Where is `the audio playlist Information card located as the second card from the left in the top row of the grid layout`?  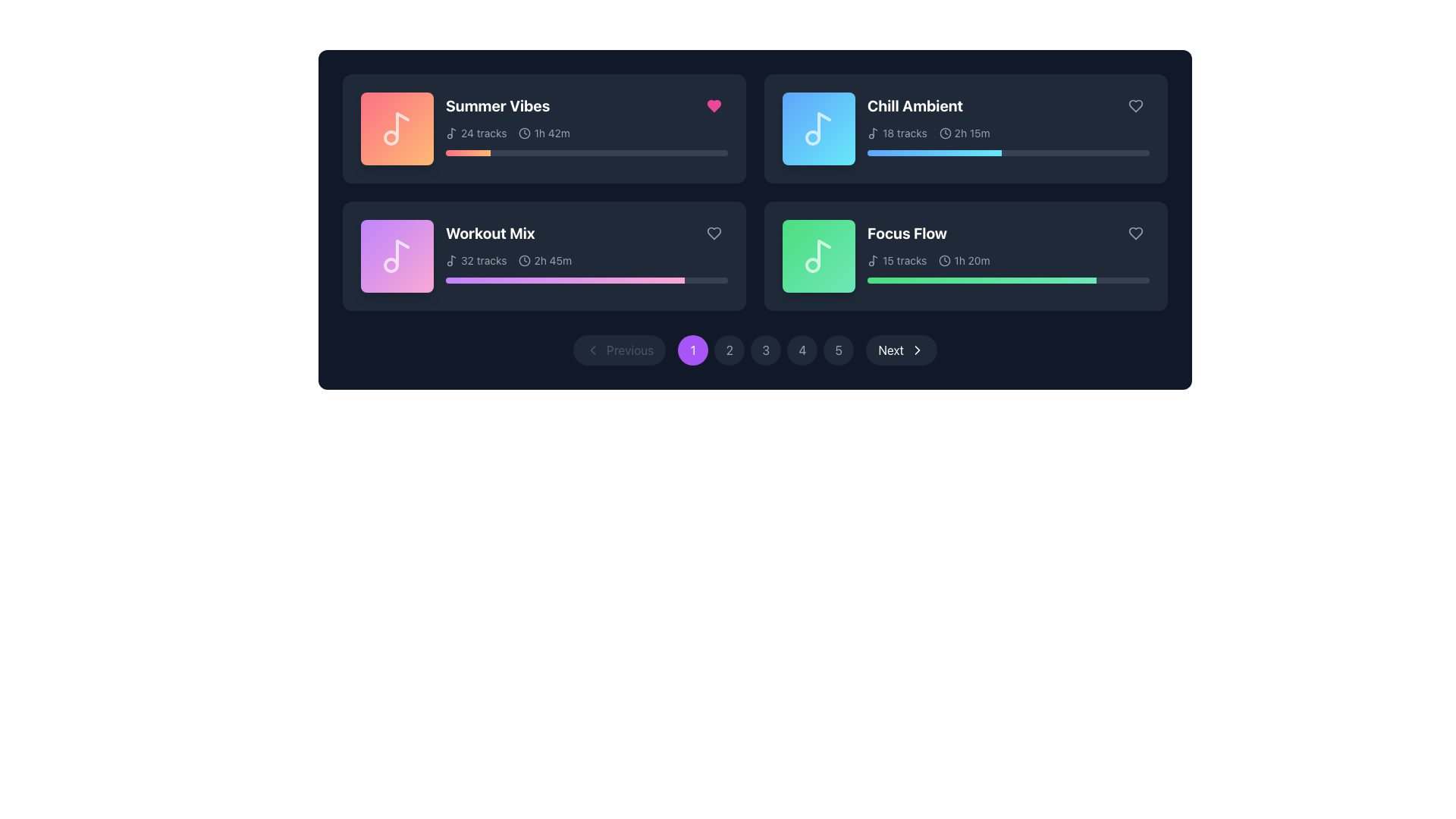 the audio playlist Information card located as the second card from the left in the top row of the grid layout is located at coordinates (1008, 124).